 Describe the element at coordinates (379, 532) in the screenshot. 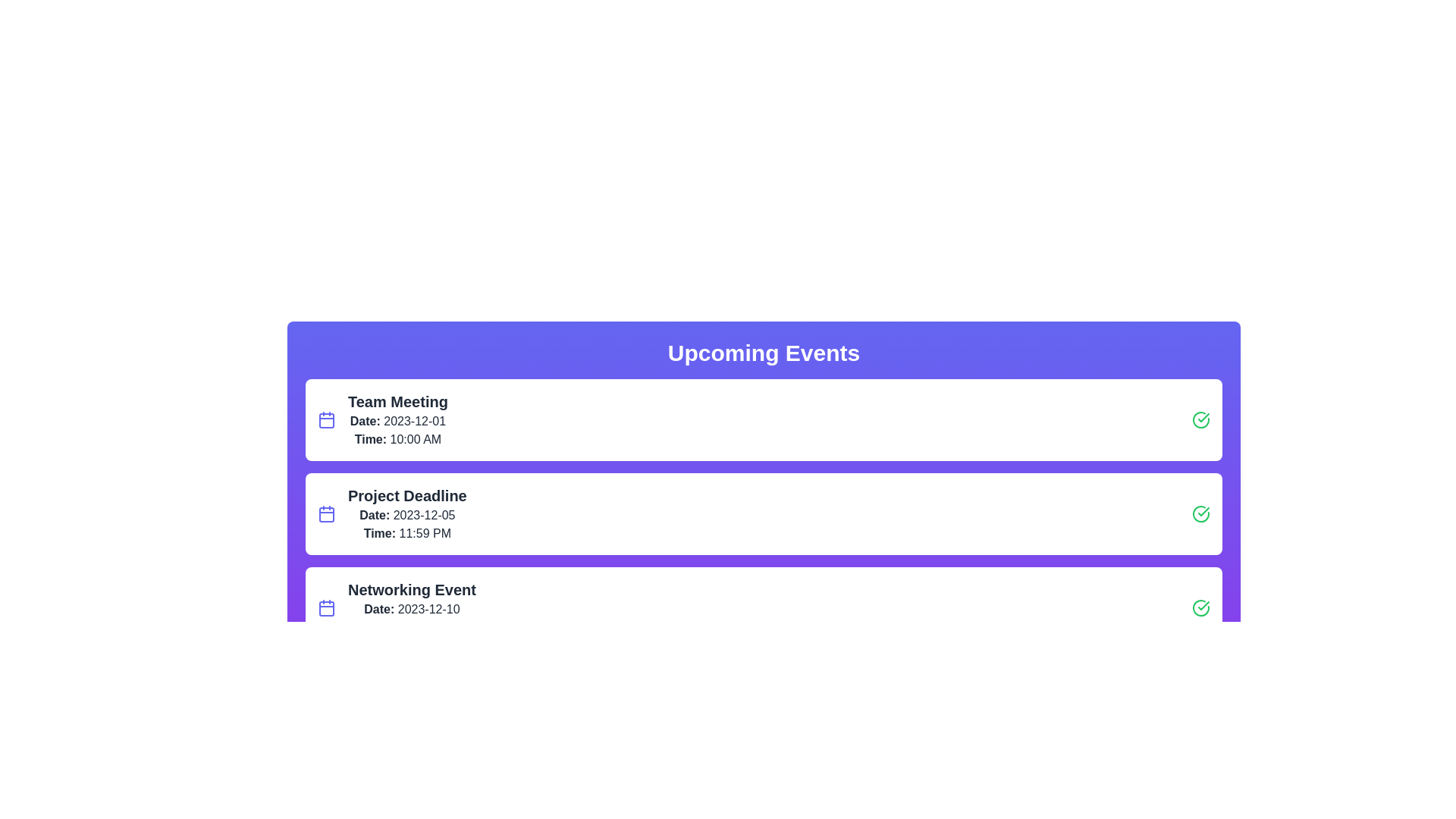

I see `the 'Time:' text label which is in bold, located before the time '11:59 PM' in the second event entry of the 'Upcoming Events' list labeled 'Project Deadline'` at that location.